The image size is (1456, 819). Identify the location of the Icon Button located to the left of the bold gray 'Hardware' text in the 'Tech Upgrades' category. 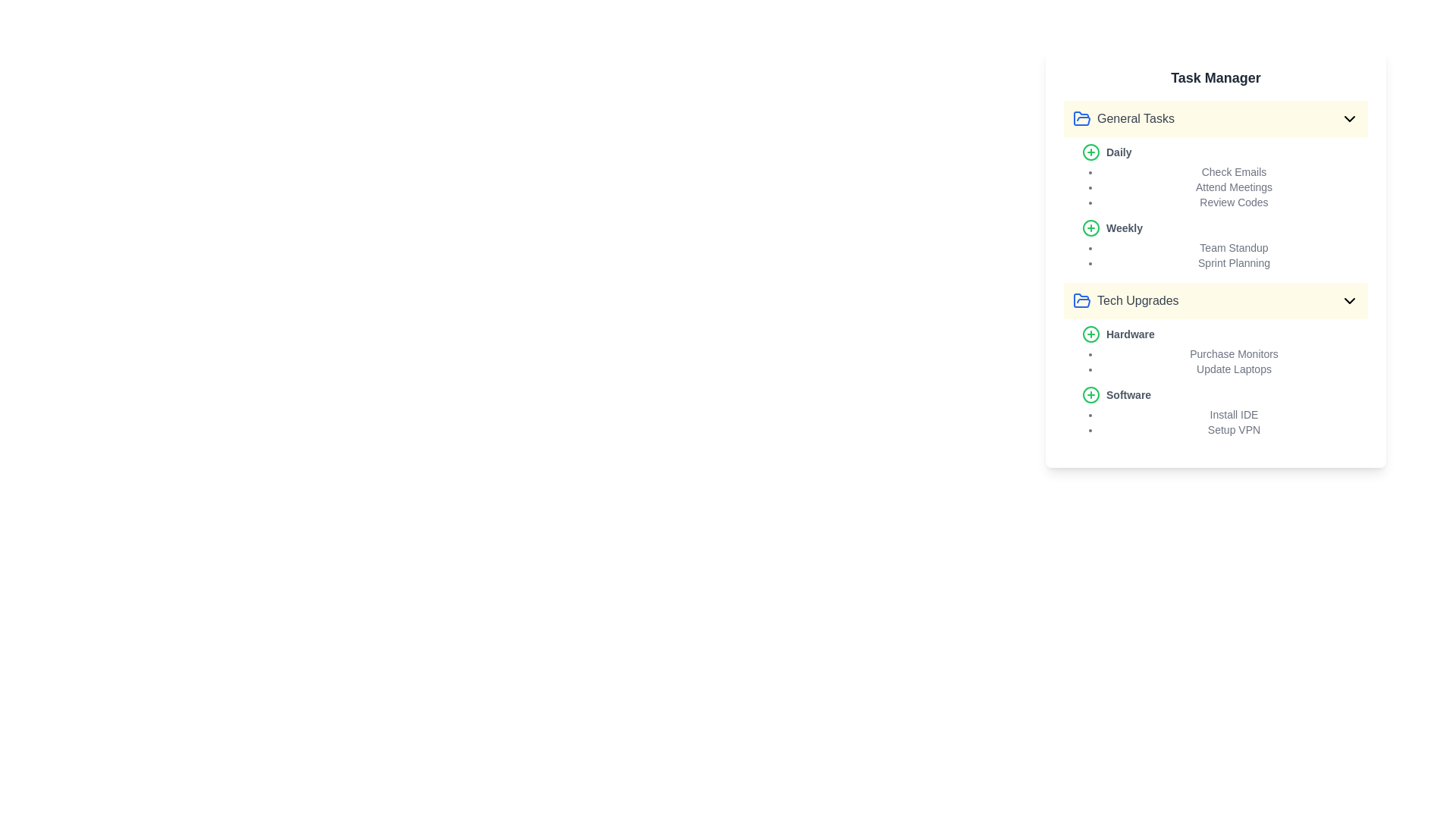
(1090, 333).